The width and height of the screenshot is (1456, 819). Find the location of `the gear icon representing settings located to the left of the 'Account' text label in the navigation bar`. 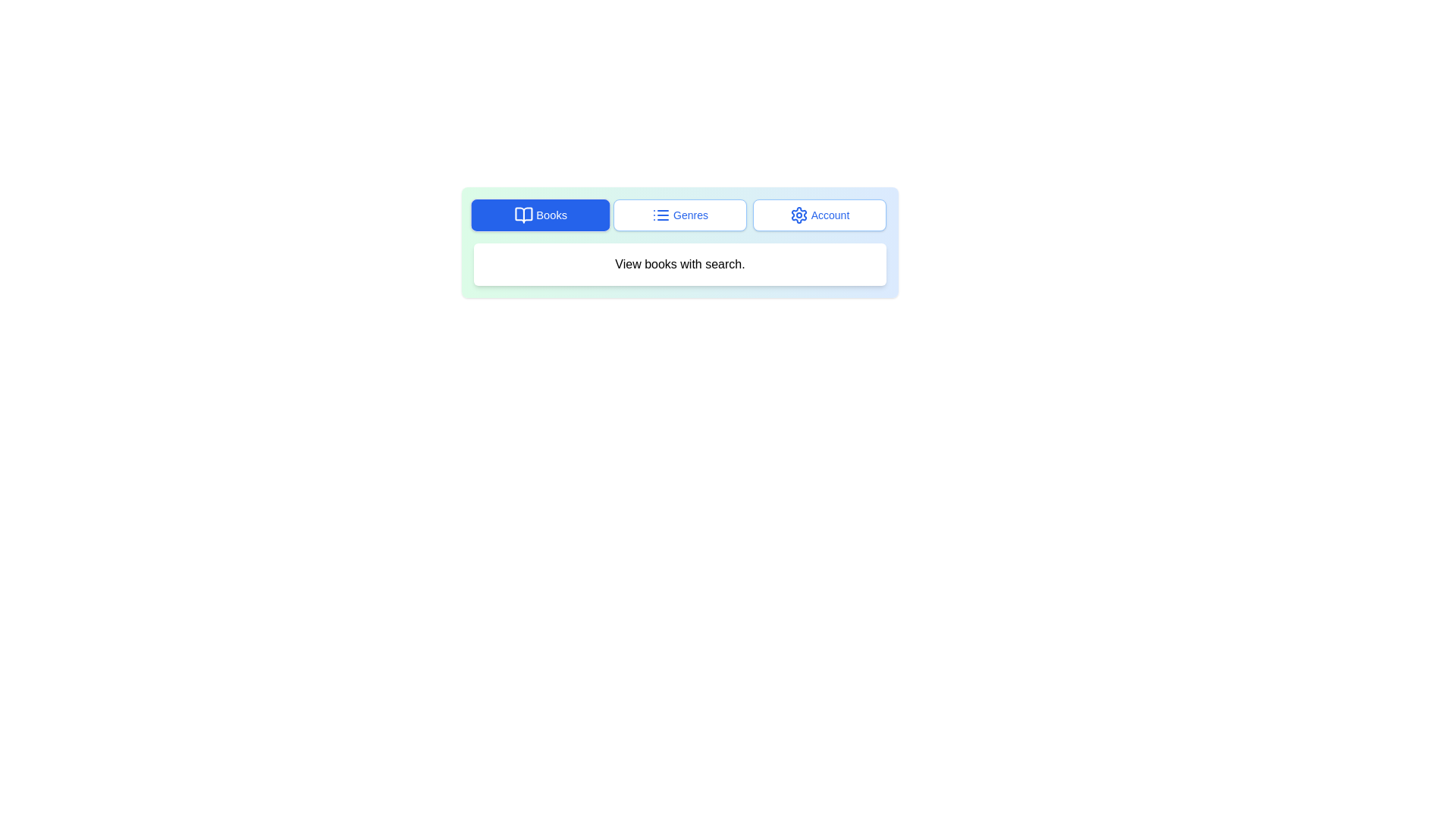

the gear icon representing settings located to the left of the 'Account' text label in the navigation bar is located at coordinates (798, 215).